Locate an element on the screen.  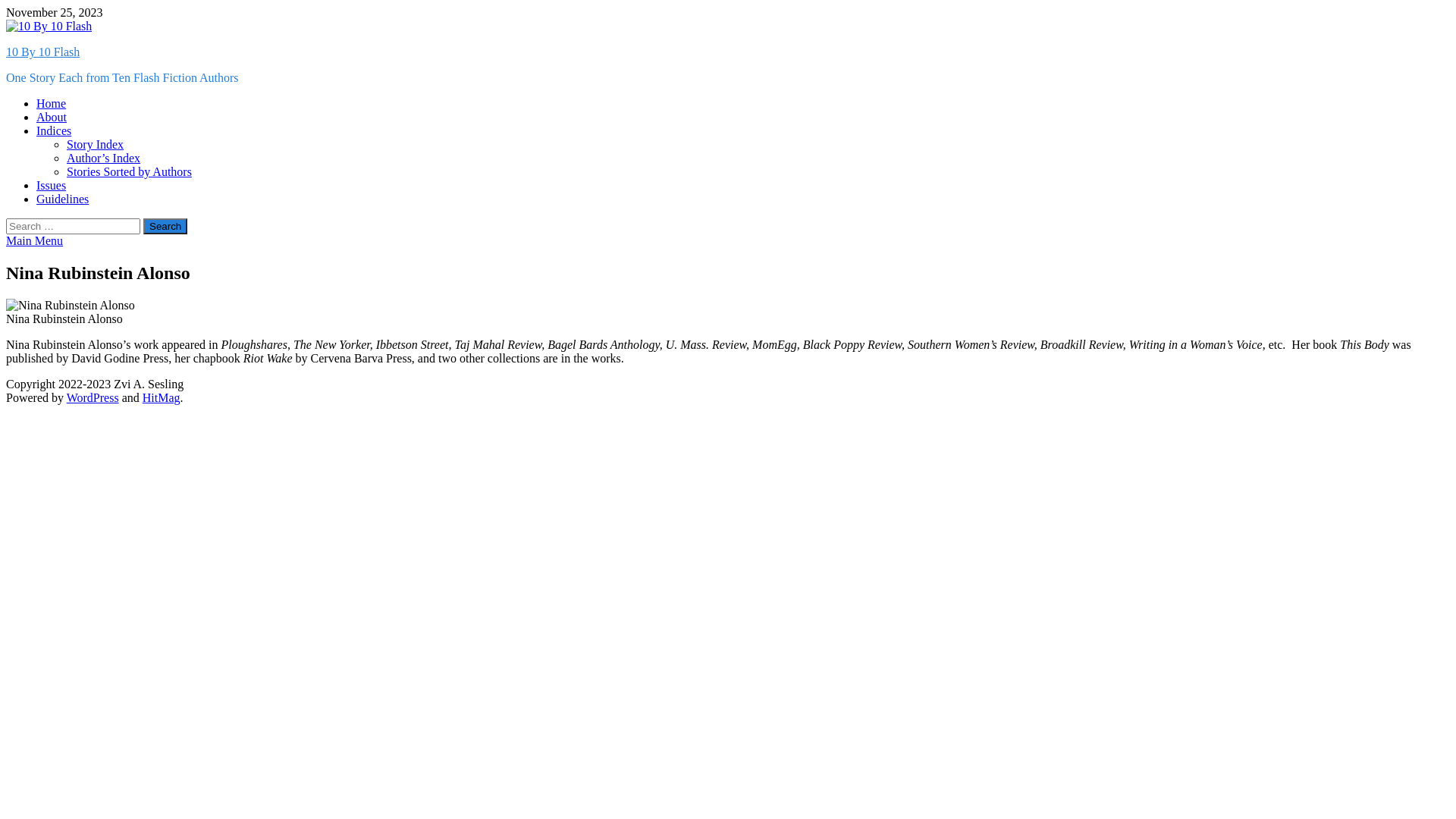
'HitMag' is located at coordinates (142, 397).